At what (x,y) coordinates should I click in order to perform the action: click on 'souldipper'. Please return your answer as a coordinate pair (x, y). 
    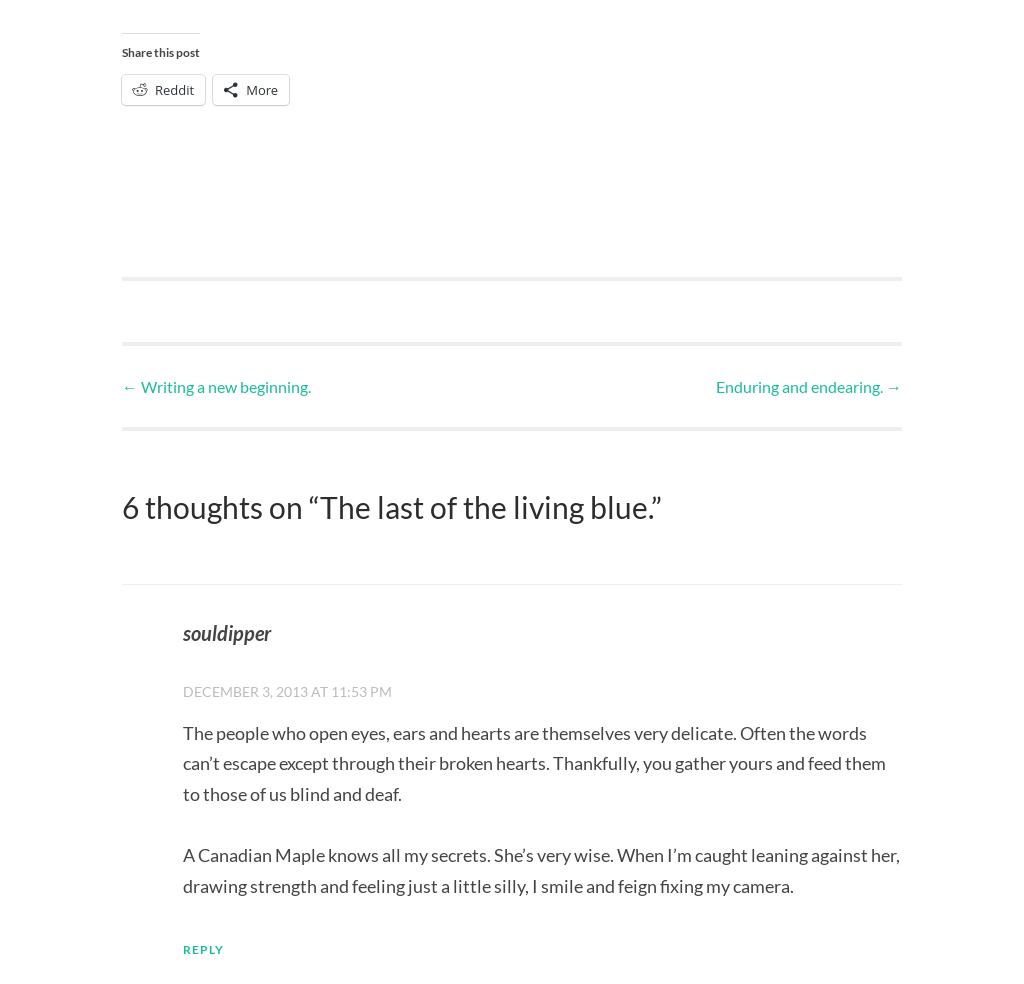
    Looking at the image, I should click on (182, 632).